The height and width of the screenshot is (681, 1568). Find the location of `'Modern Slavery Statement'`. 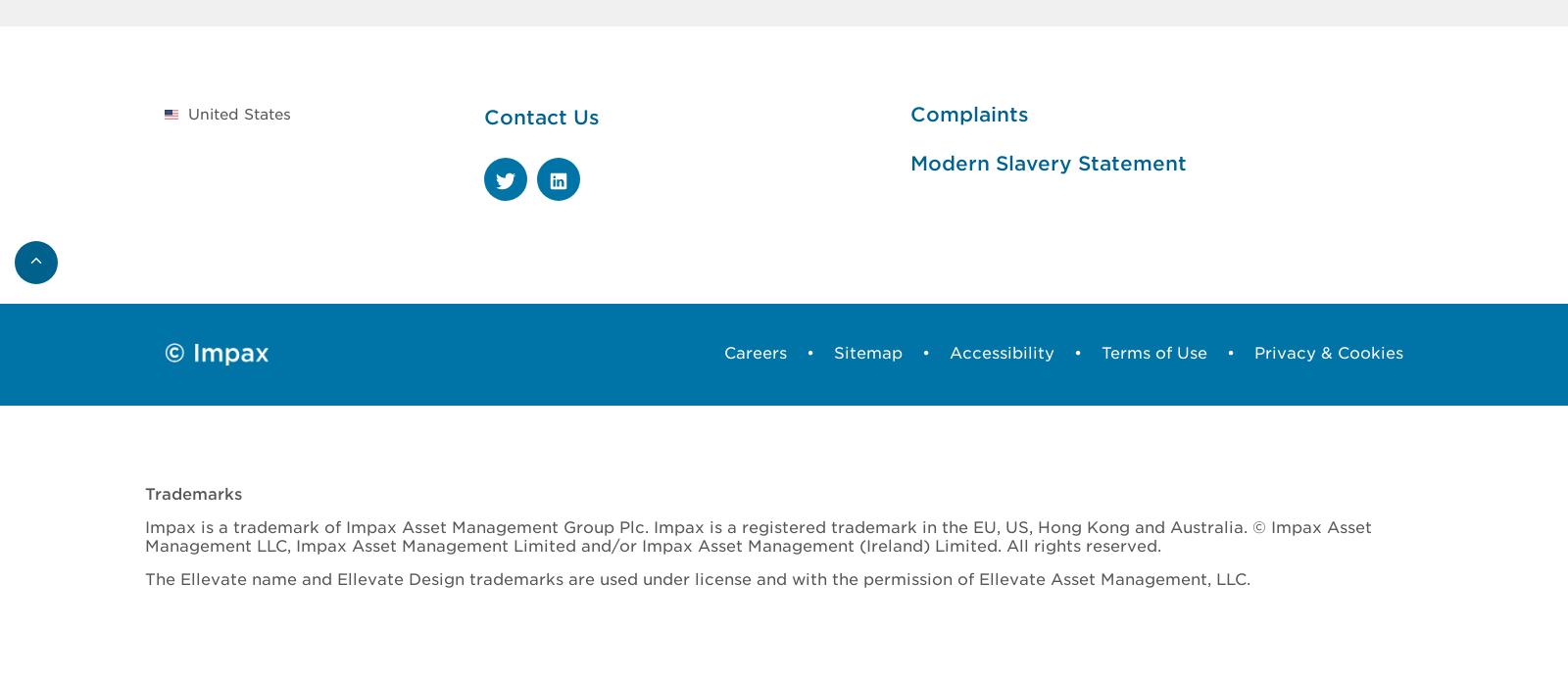

'Modern Slavery Statement' is located at coordinates (907, 162).